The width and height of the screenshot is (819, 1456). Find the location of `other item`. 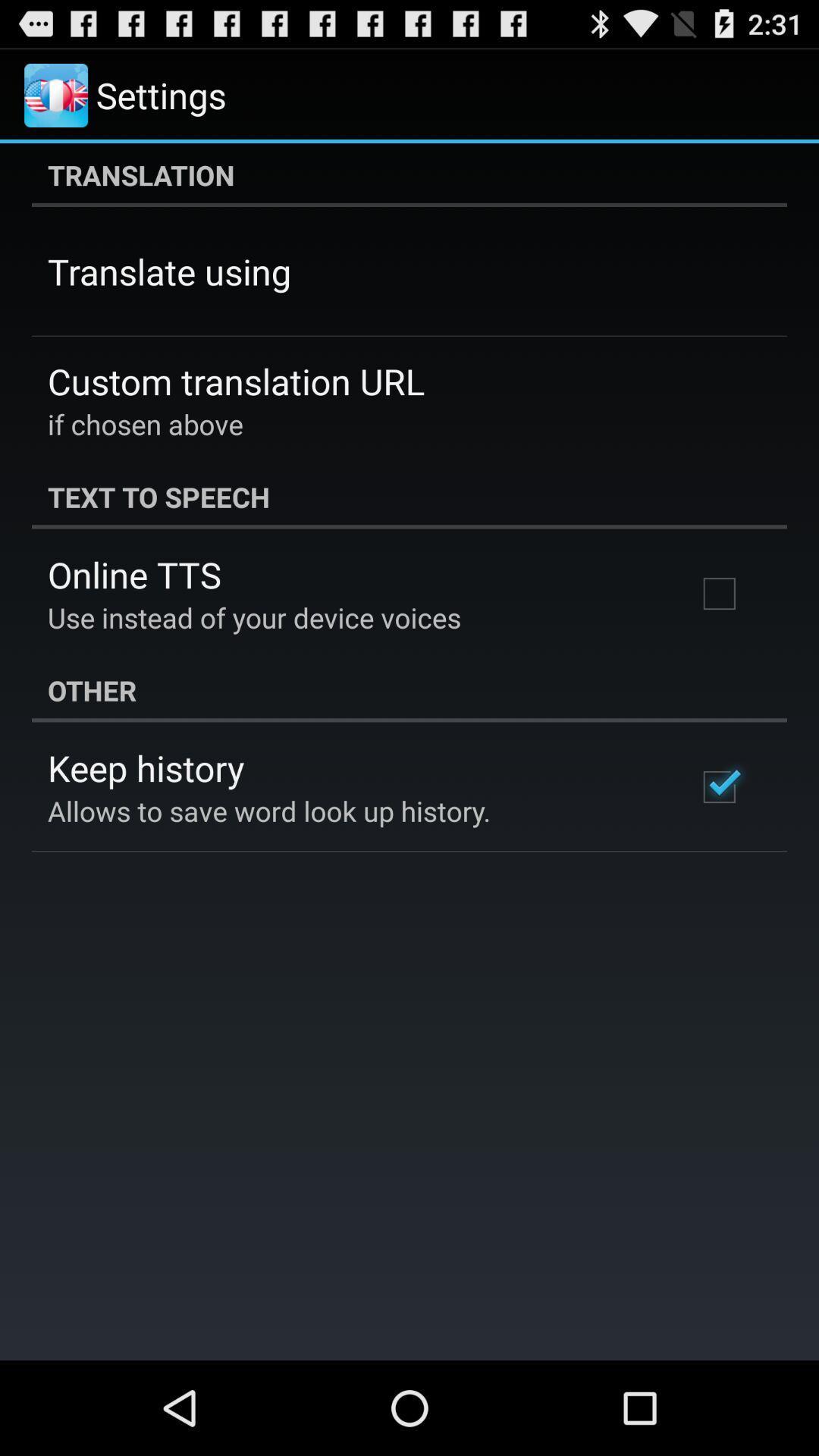

other item is located at coordinates (409, 689).